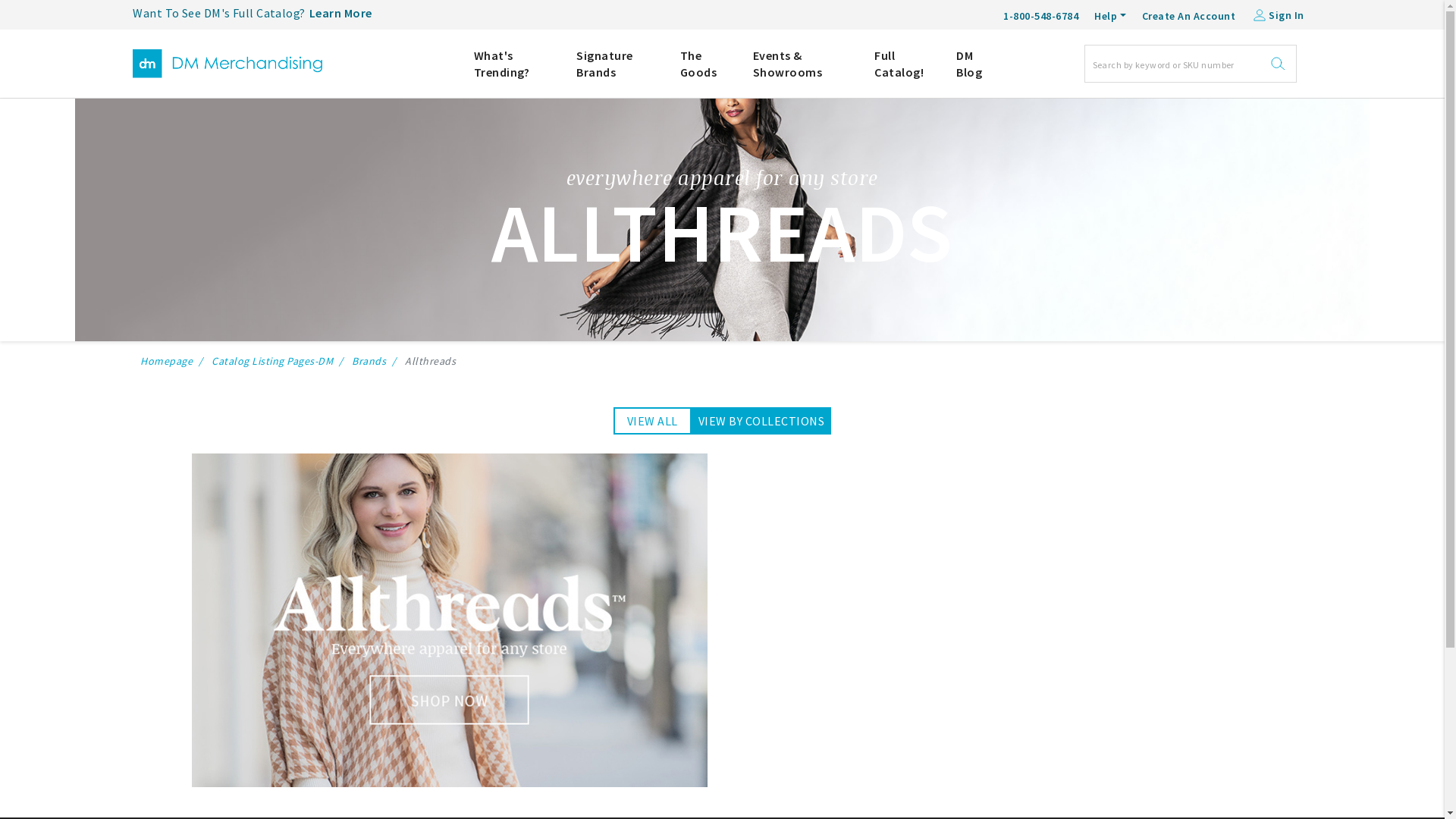  Describe the element at coordinates (616, 63) in the screenshot. I see `'Signature Brands'` at that location.